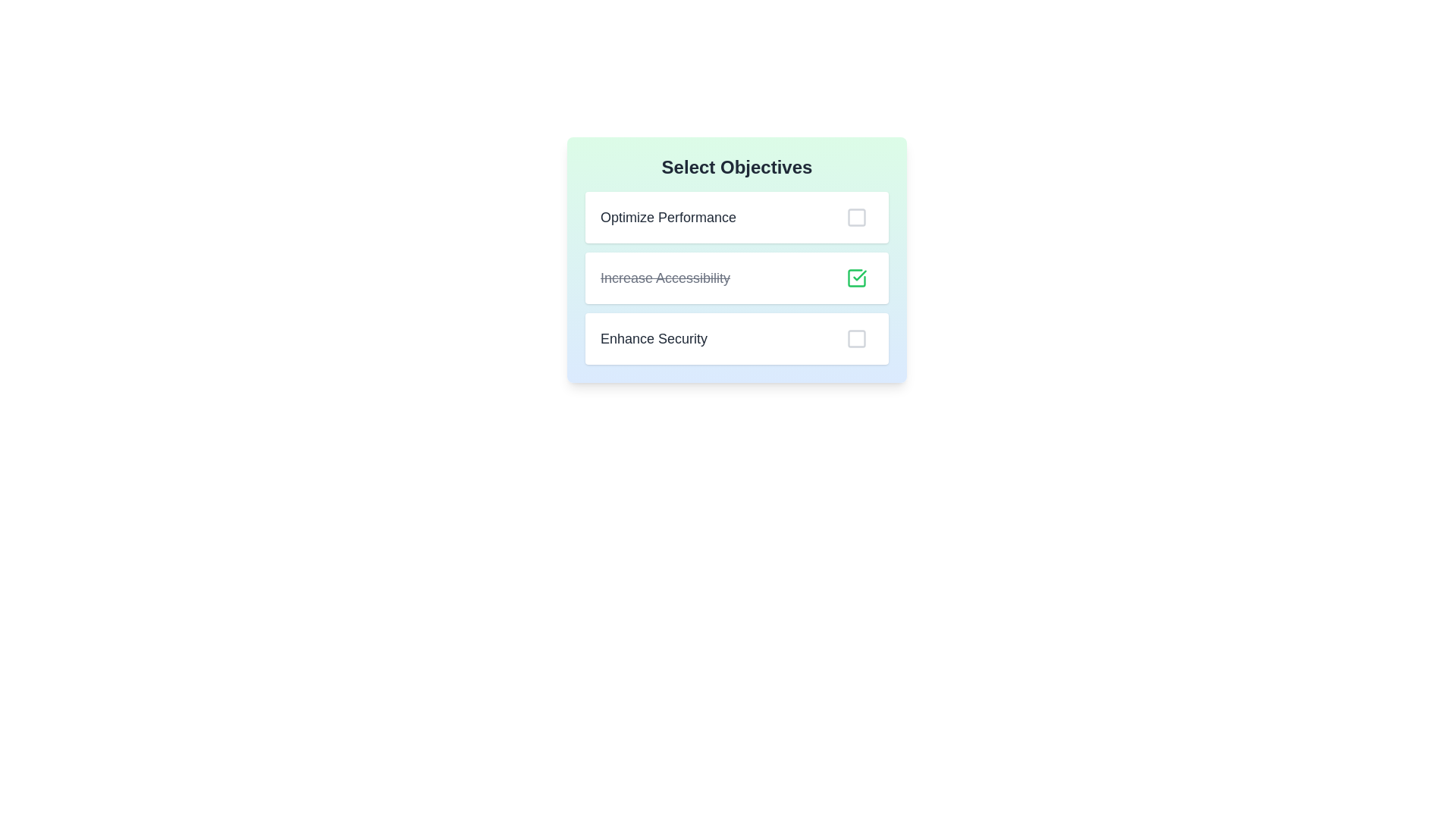 The height and width of the screenshot is (819, 1456). Describe the element at coordinates (856, 217) in the screenshot. I see `the internal box of the checkbox component representing the selected state for 'Optimize Performance'` at that location.